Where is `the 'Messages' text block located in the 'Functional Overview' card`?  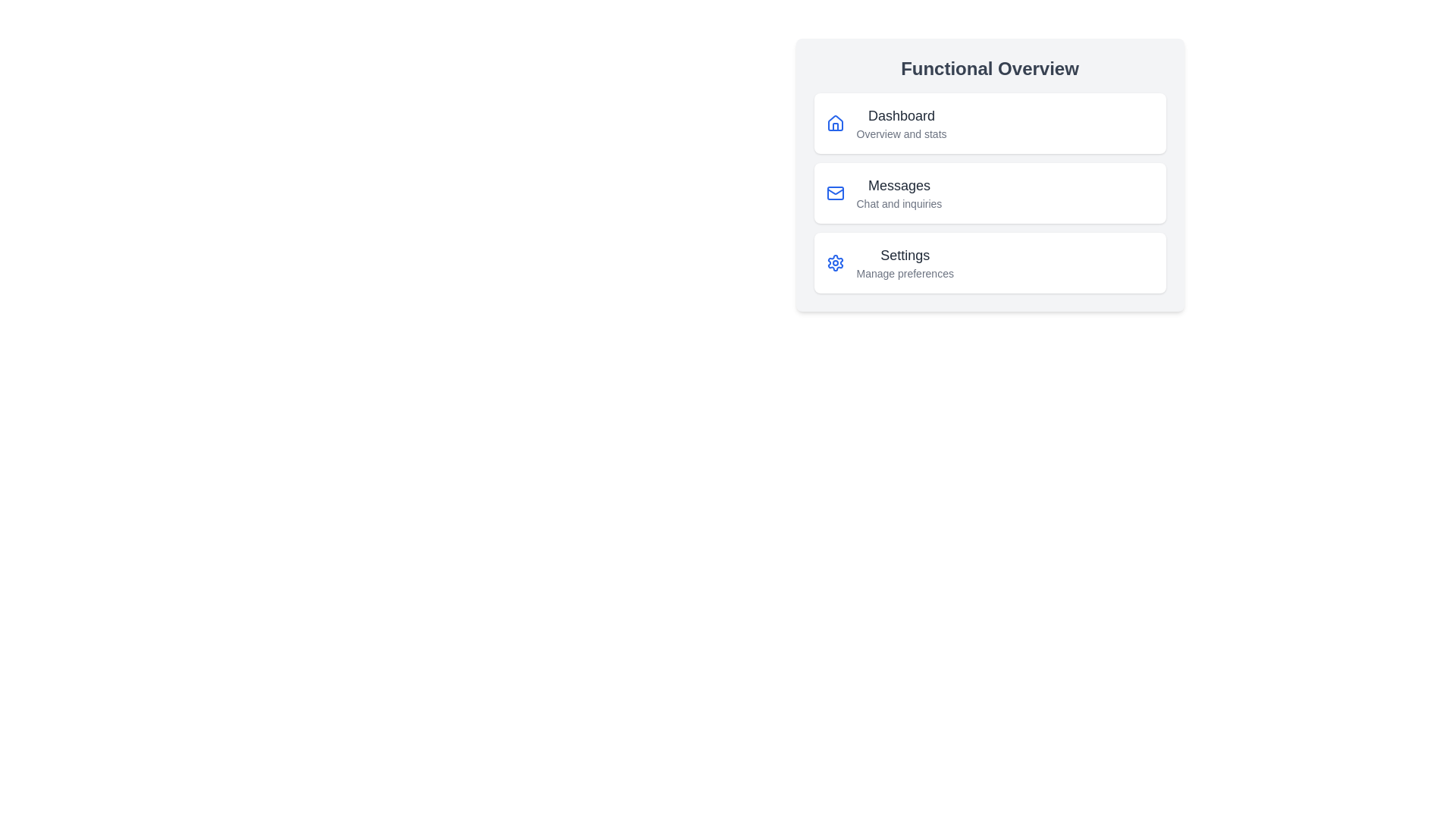
the 'Messages' text block located in the 'Functional Overview' card is located at coordinates (899, 192).